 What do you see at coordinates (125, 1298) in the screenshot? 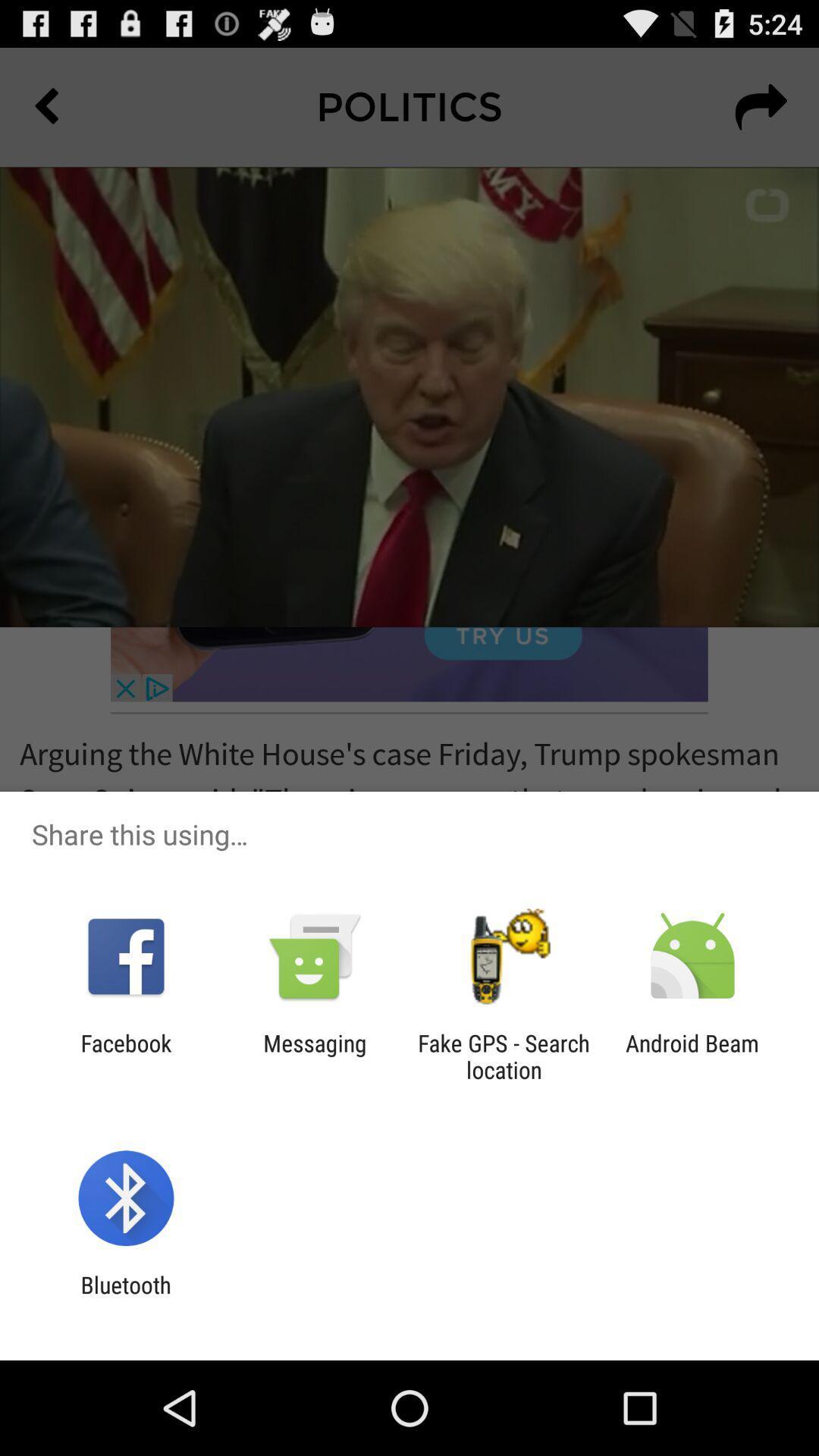
I see `bluetooth item` at bounding box center [125, 1298].